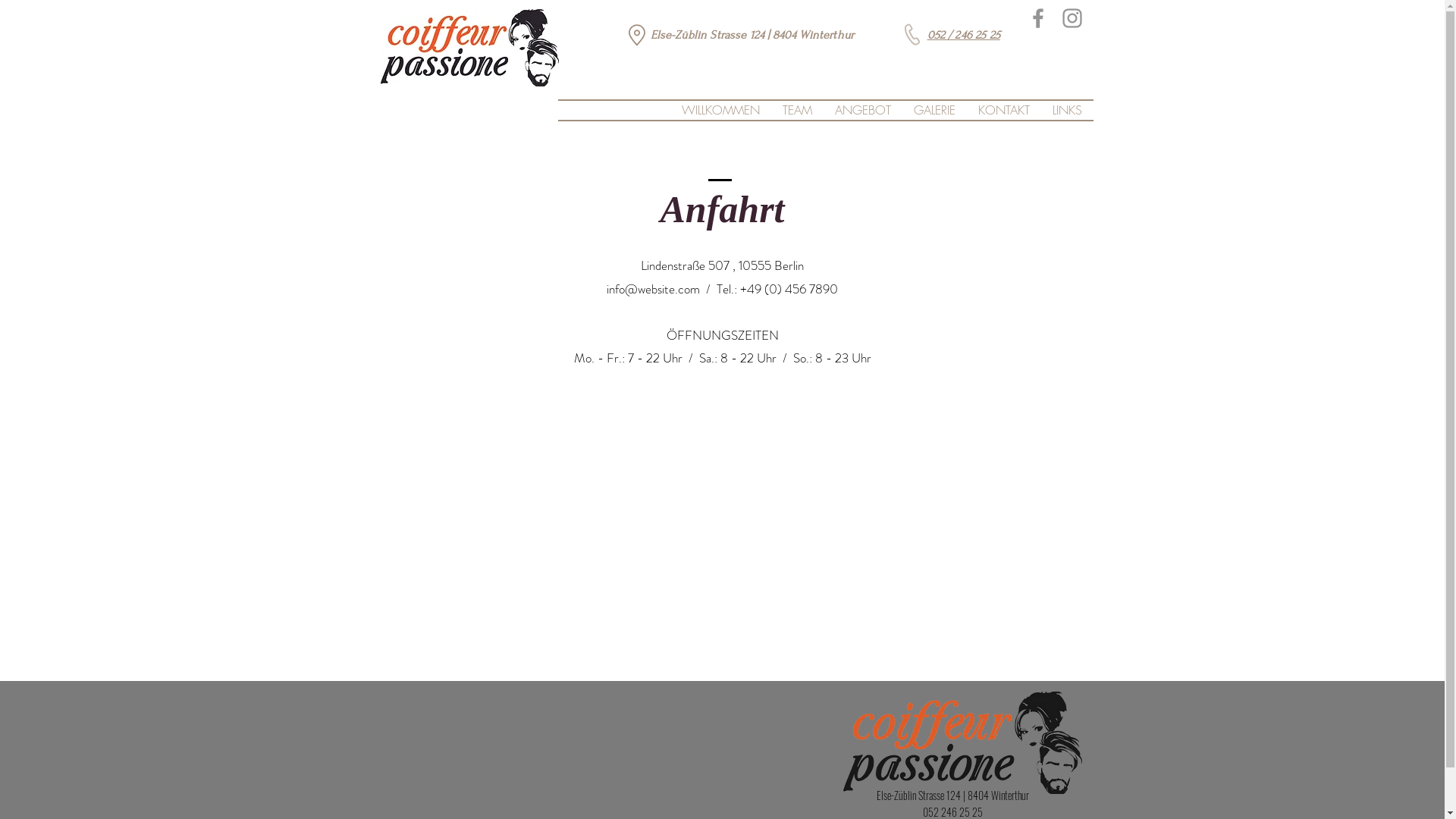 This screenshot has height=819, width=1456. What do you see at coordinates (862, 109) in the screenshot?
I see `'ANGEBOT'` at bounding box center [862, 109].